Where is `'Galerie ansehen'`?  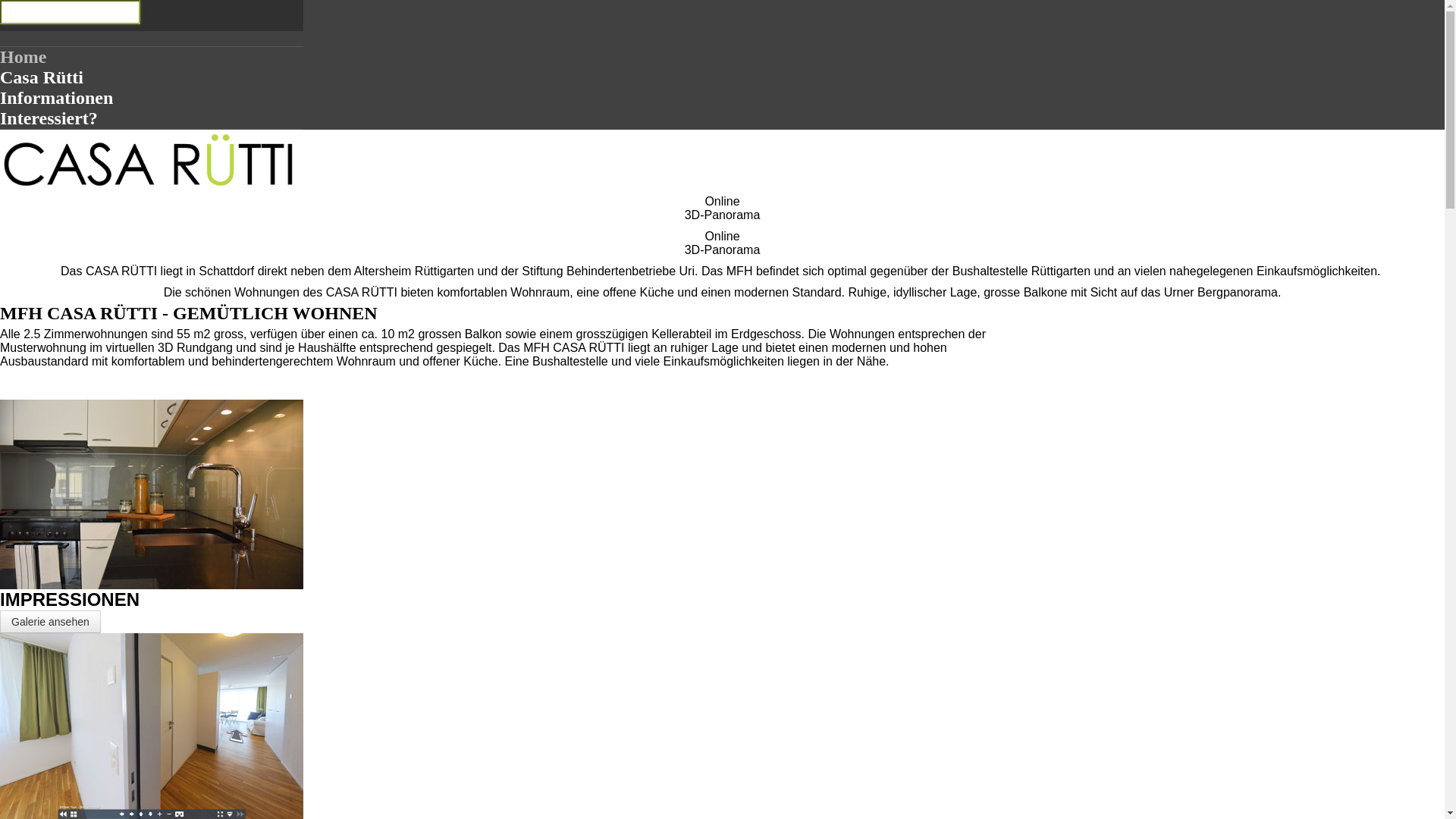 'Galerie ansehen' is located at coordinates (50, 622).